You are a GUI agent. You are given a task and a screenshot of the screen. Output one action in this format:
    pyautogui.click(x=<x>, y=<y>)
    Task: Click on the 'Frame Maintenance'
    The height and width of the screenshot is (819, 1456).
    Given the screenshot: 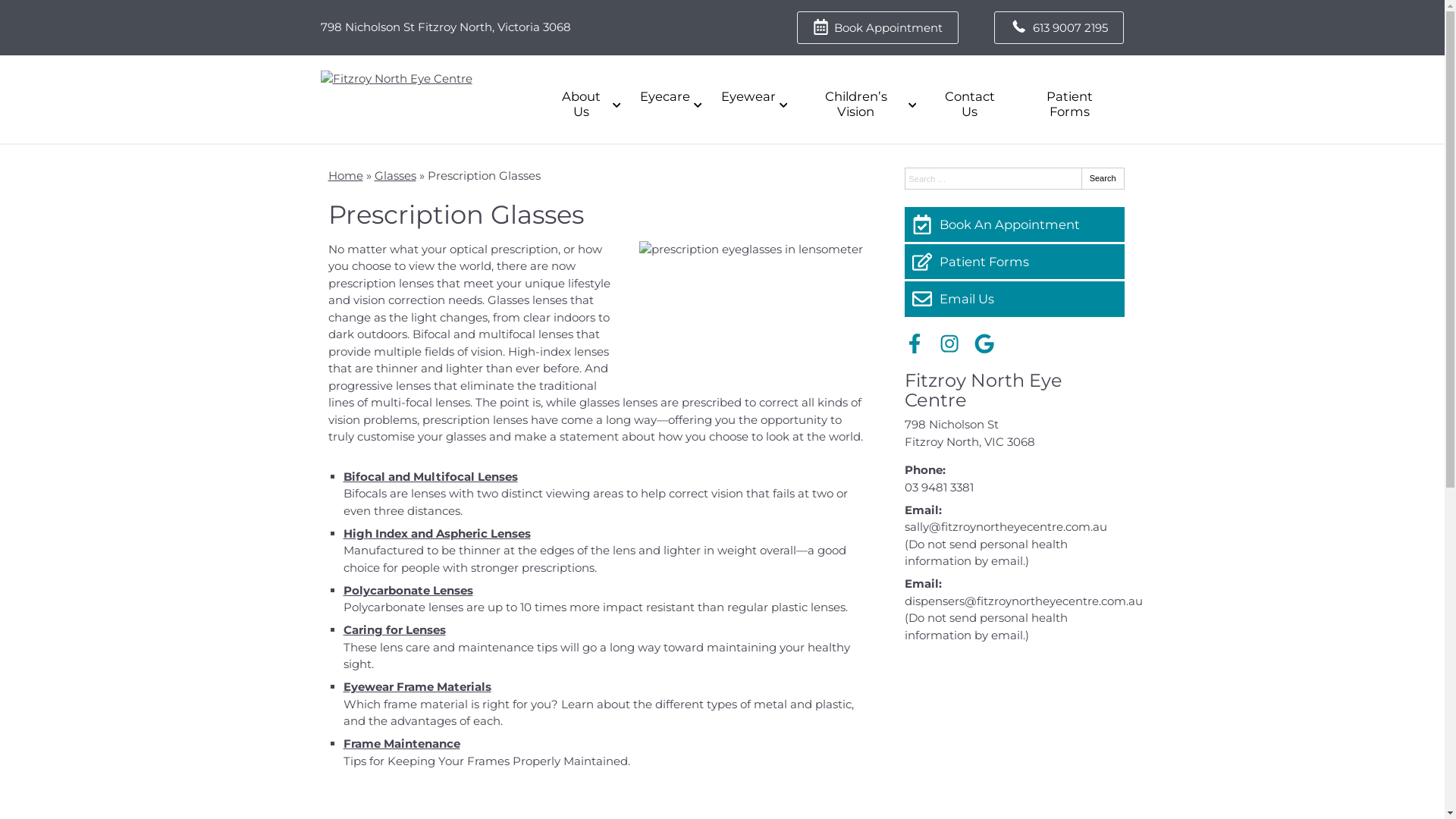 What is the action you would take?
    pyautogui.click(x=400, y=742)
    